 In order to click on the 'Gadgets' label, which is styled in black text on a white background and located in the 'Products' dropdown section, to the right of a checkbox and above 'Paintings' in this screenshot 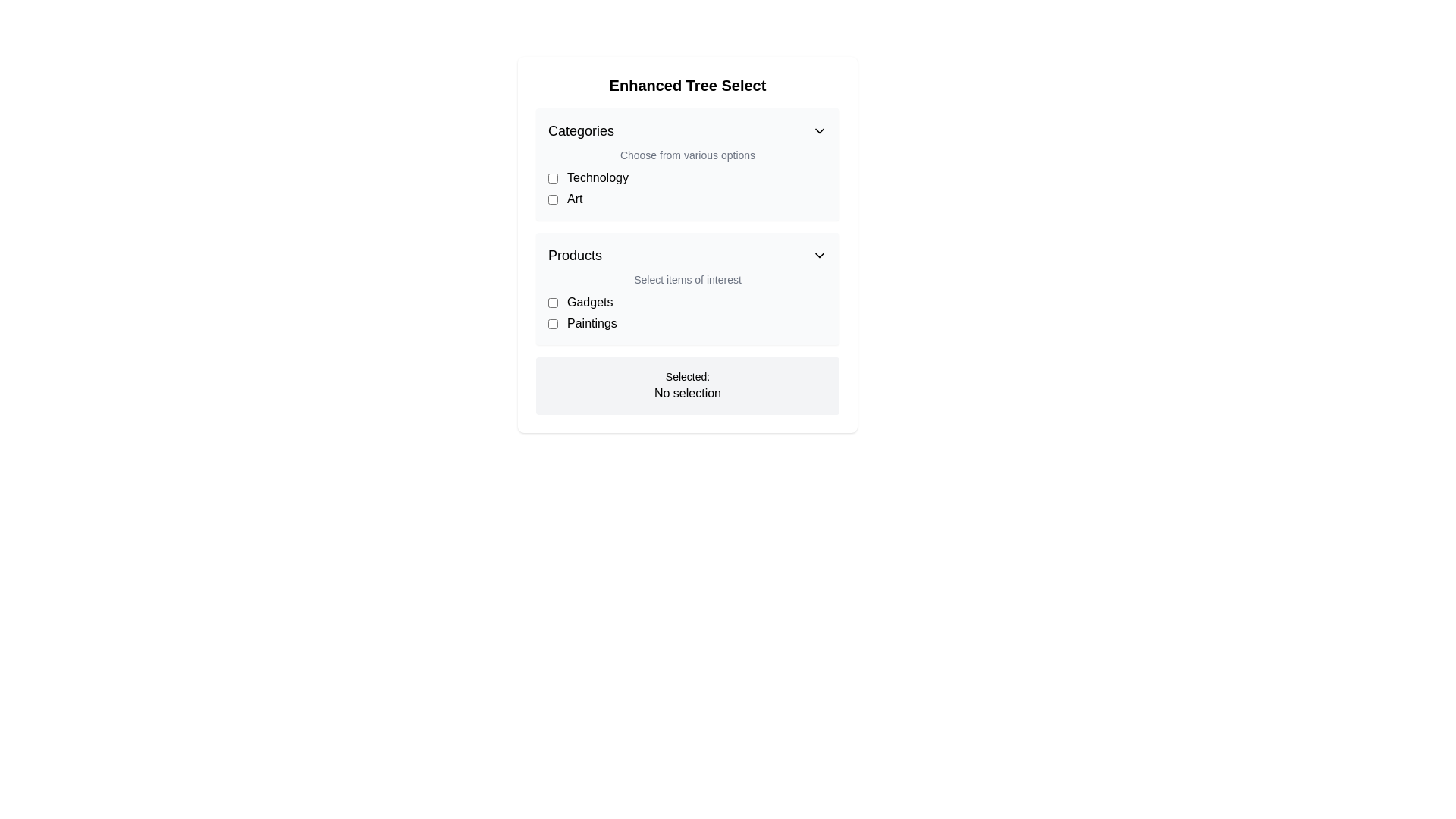, I will do `click(589, 302)`.